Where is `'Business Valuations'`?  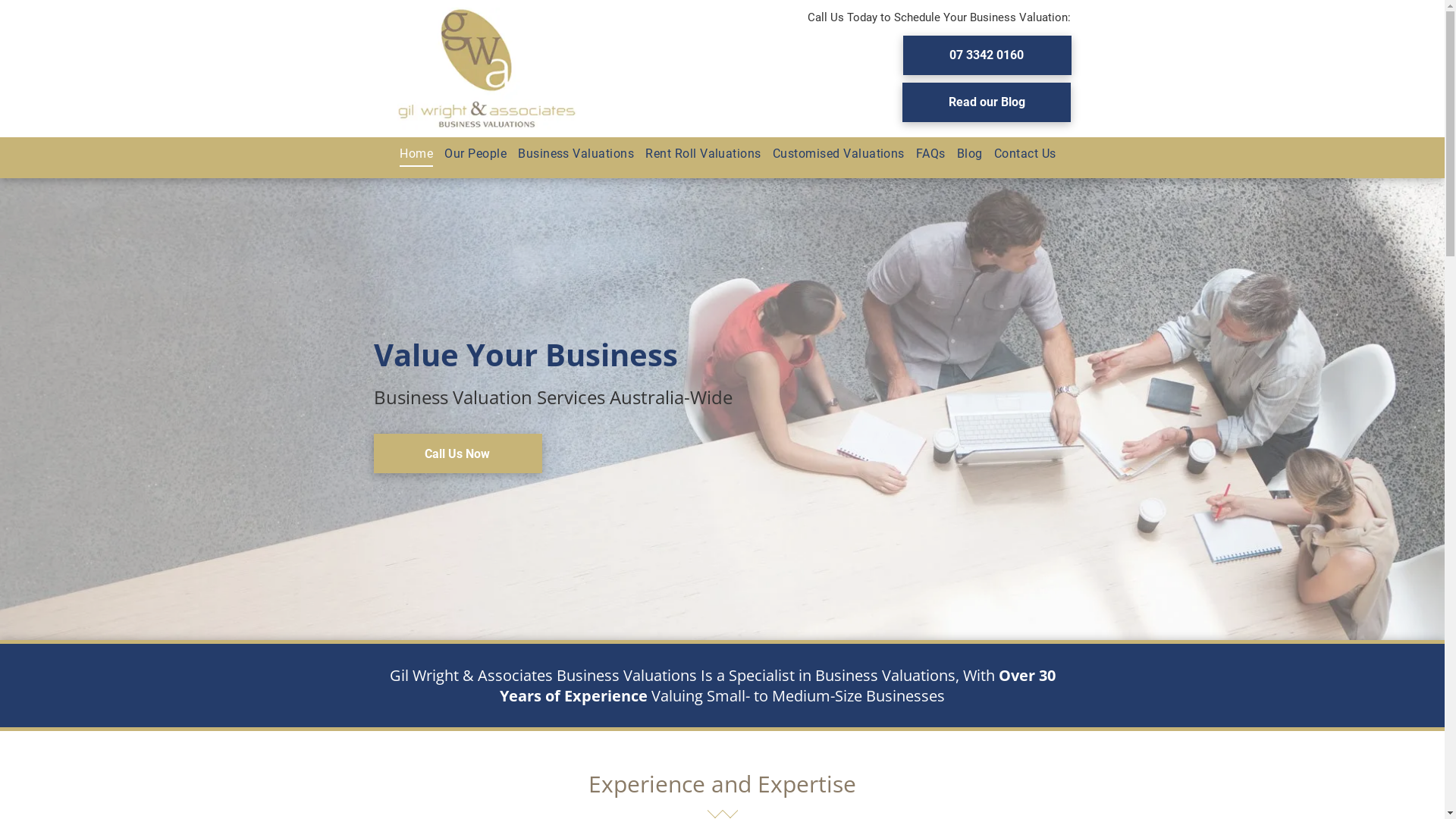
'Business Valuations' is located at coordinates (570, 154).